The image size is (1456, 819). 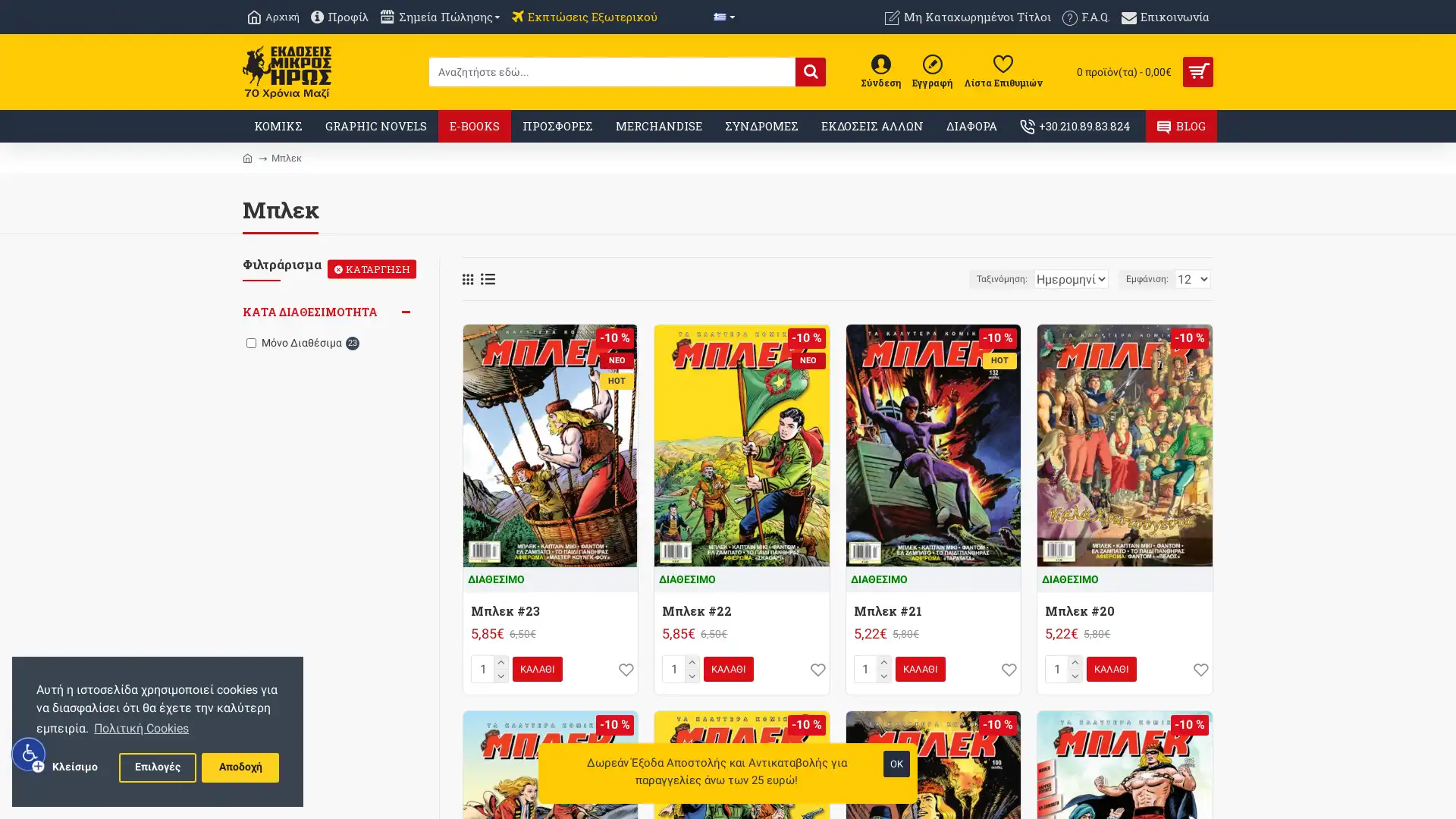 What do you see at coordinates (29, 754) in the screenshot?
I see `Accessibility Menu` at bounding box center [29, 754].